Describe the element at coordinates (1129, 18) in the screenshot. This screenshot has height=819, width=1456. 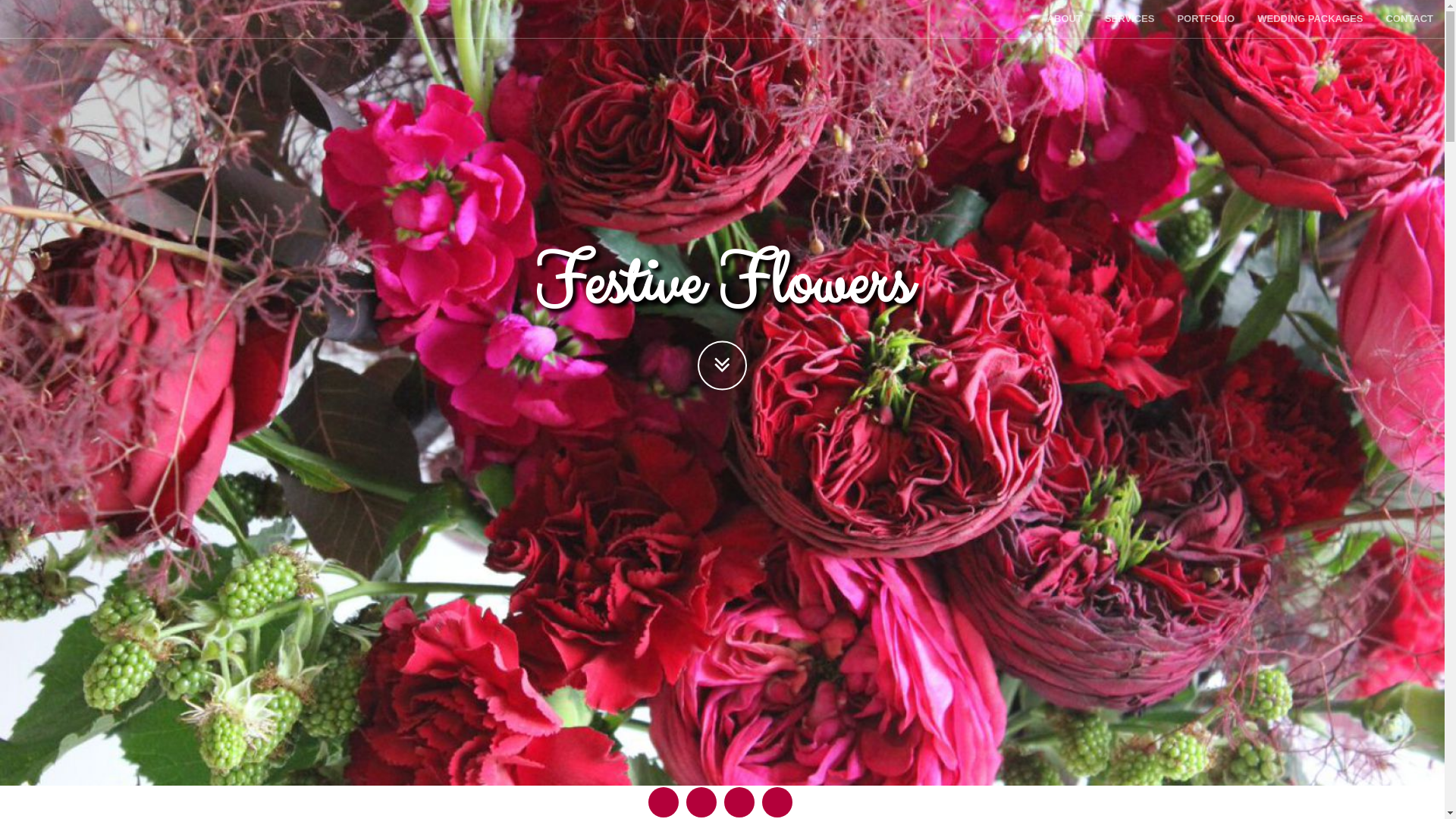
I see `'SERVICES'` at that location.